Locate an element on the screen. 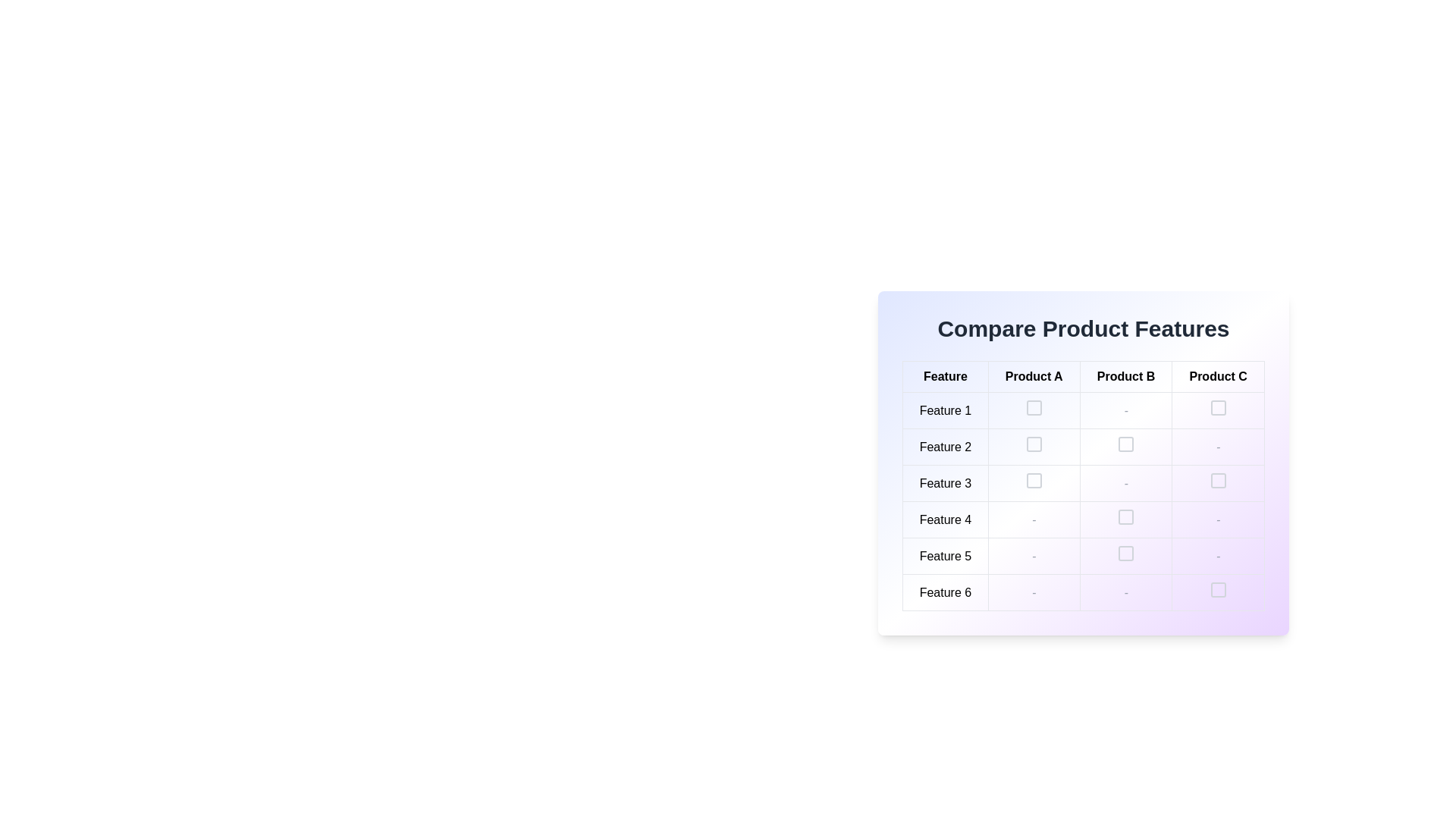 This screenshot has height=819, width=1456. the checkbox in the last cell of the last row labeled 'Product C' and row 'Feature 6' to get more information is located at coordinates (1218, 591).